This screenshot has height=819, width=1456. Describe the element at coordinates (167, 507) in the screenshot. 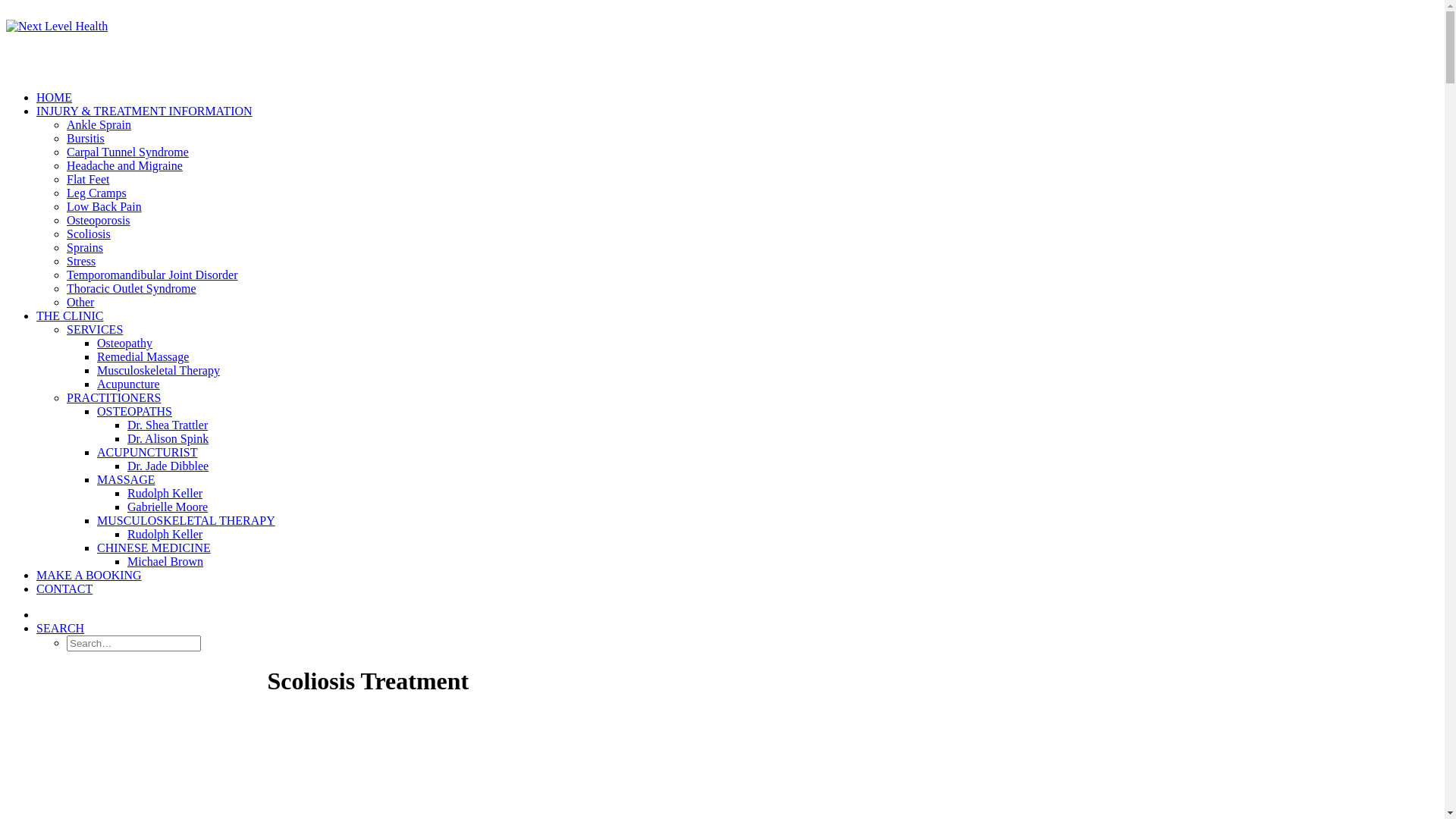

I see `'Gabrielle Moore'` at that location.